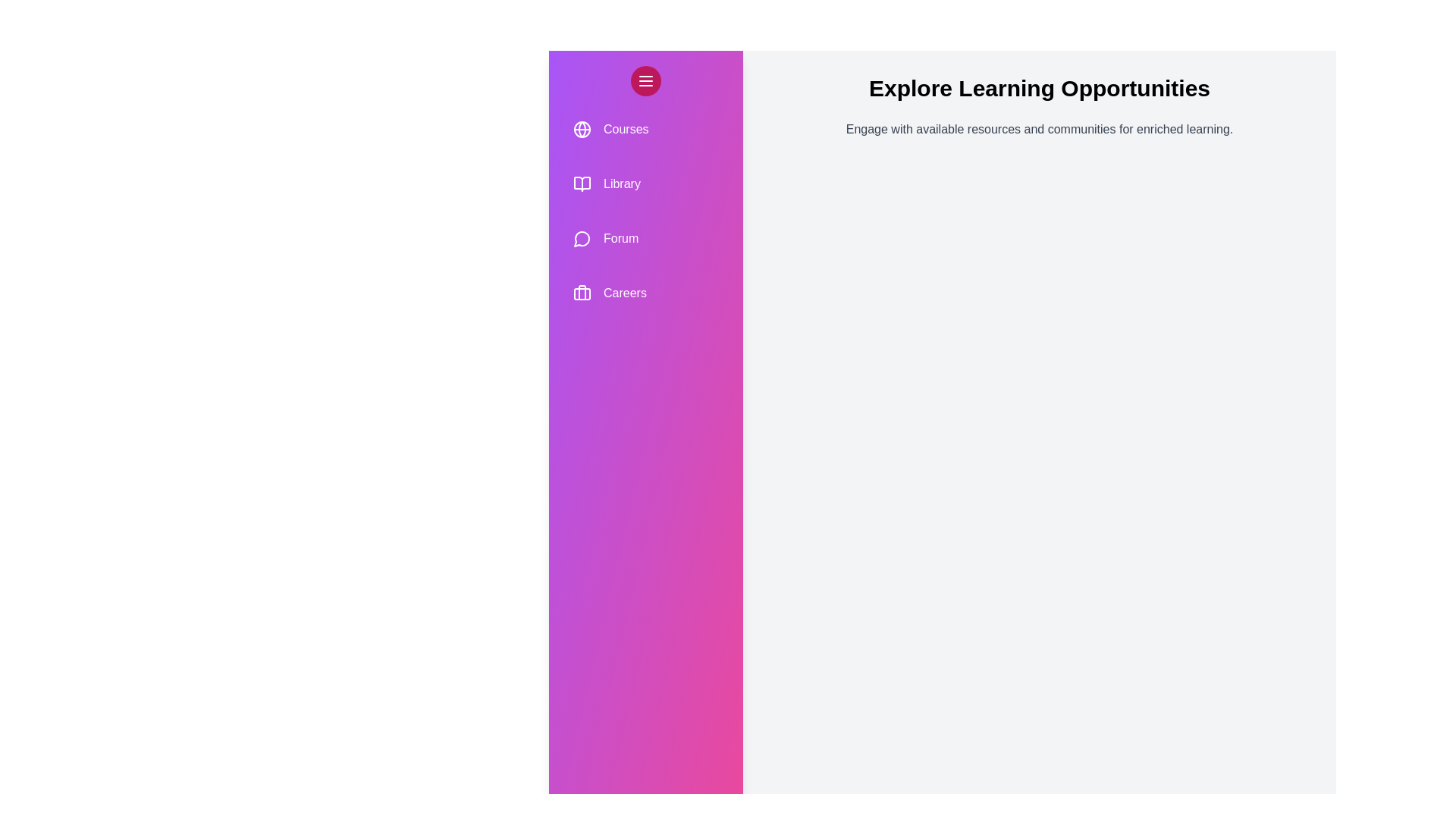 This screenshot has width=1456, height=819. Describe the element at coordinates (645, 239) in the screenshot. I see `the menu item labeled Forum to navigate to its respective section` at that location.